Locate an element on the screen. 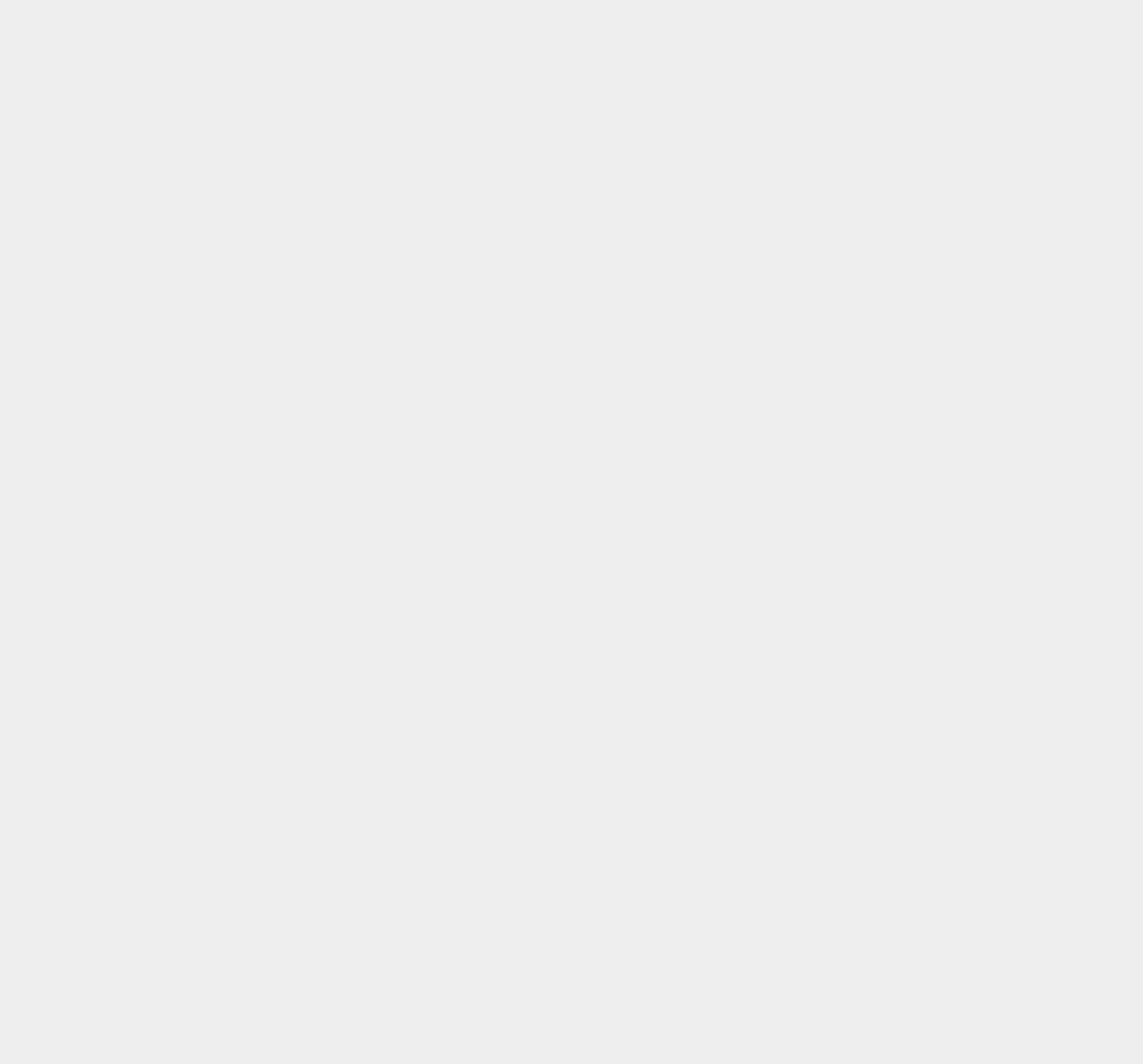  'TechGlobeX.net' is located at coordinates (807, 95).